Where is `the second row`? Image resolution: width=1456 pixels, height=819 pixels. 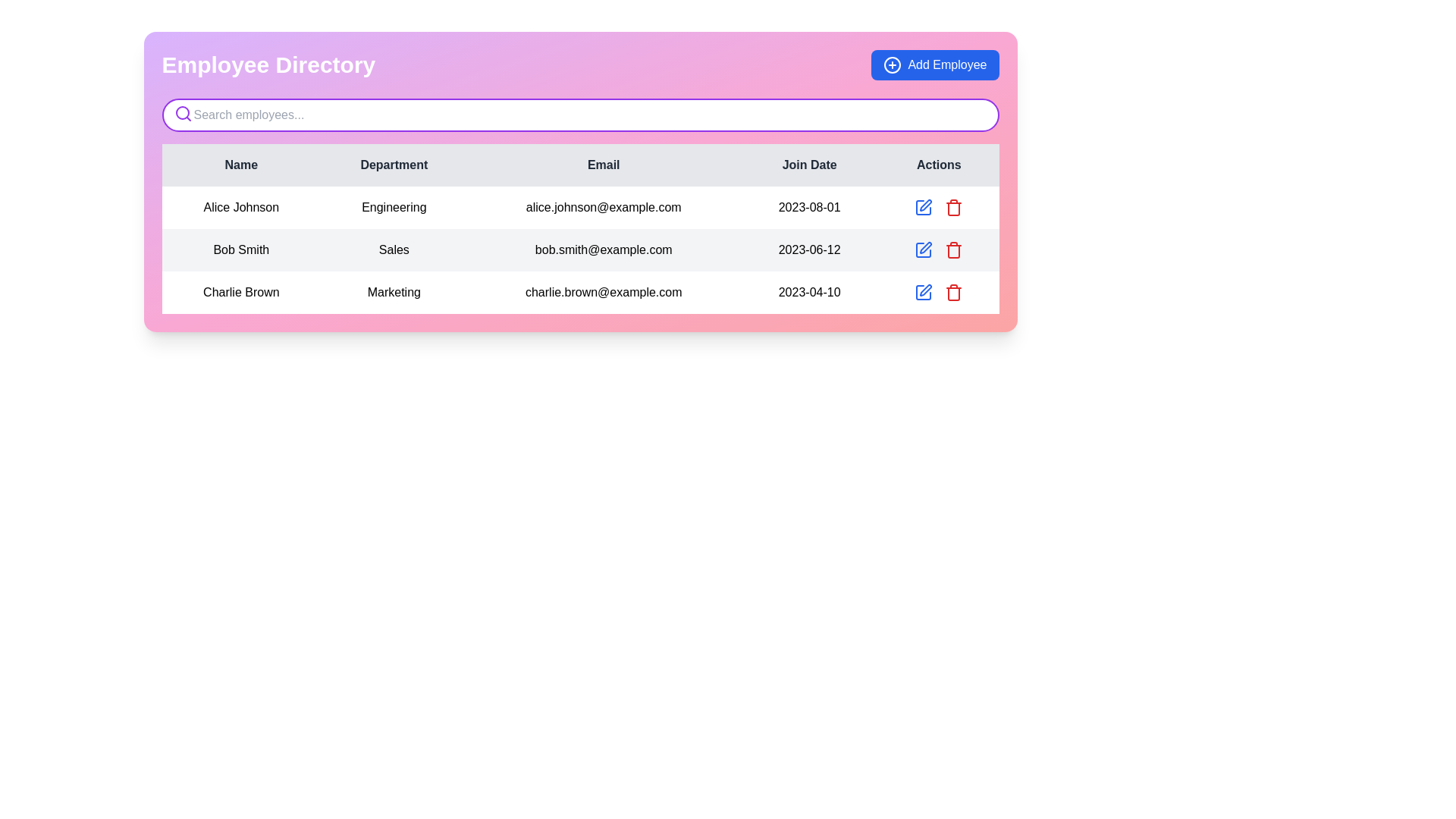
the second row is located at coordinates (579, 249).